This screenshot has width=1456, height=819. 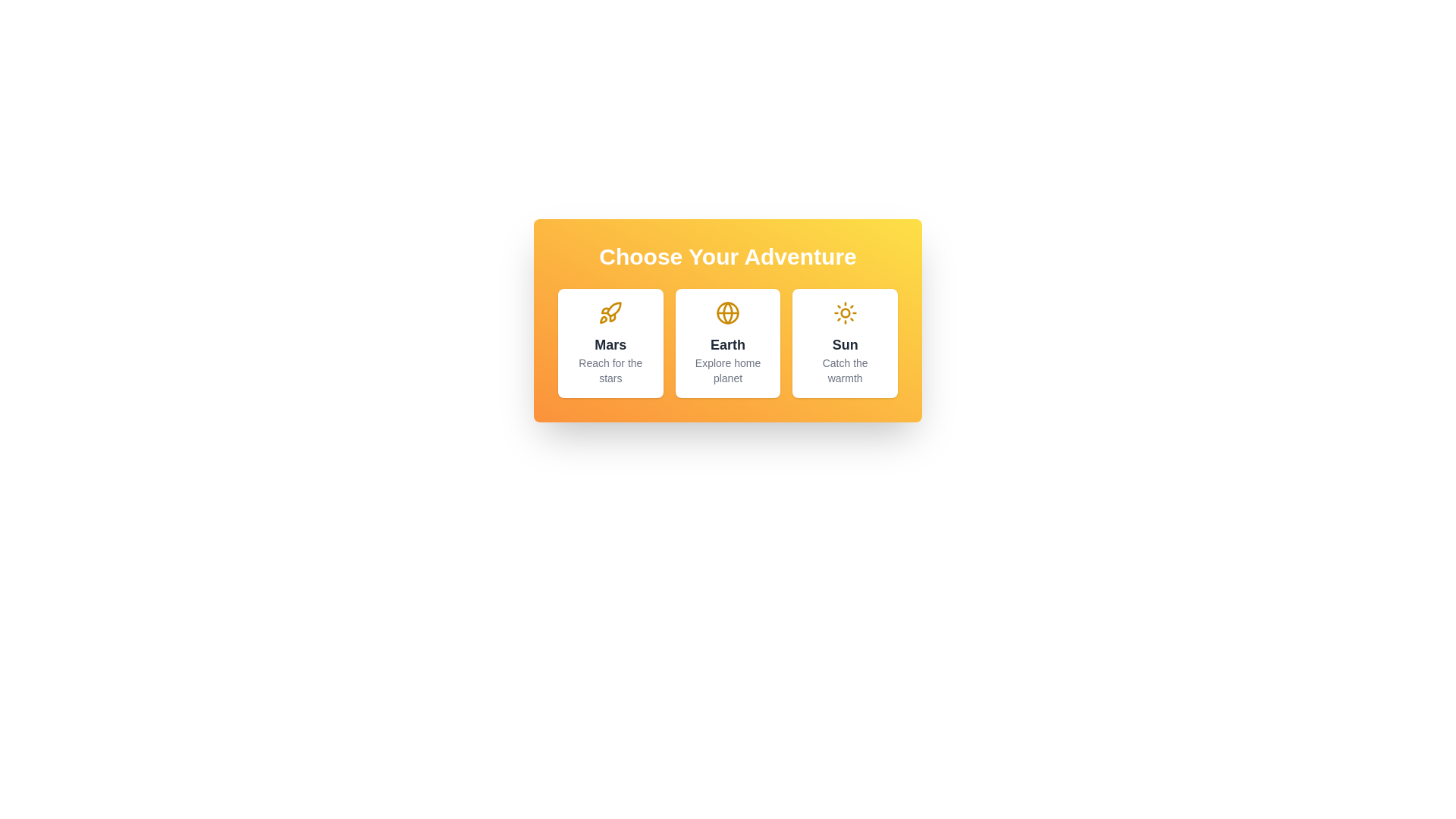 I want to click on the destination card for Mars, so click(x=610, y=343).